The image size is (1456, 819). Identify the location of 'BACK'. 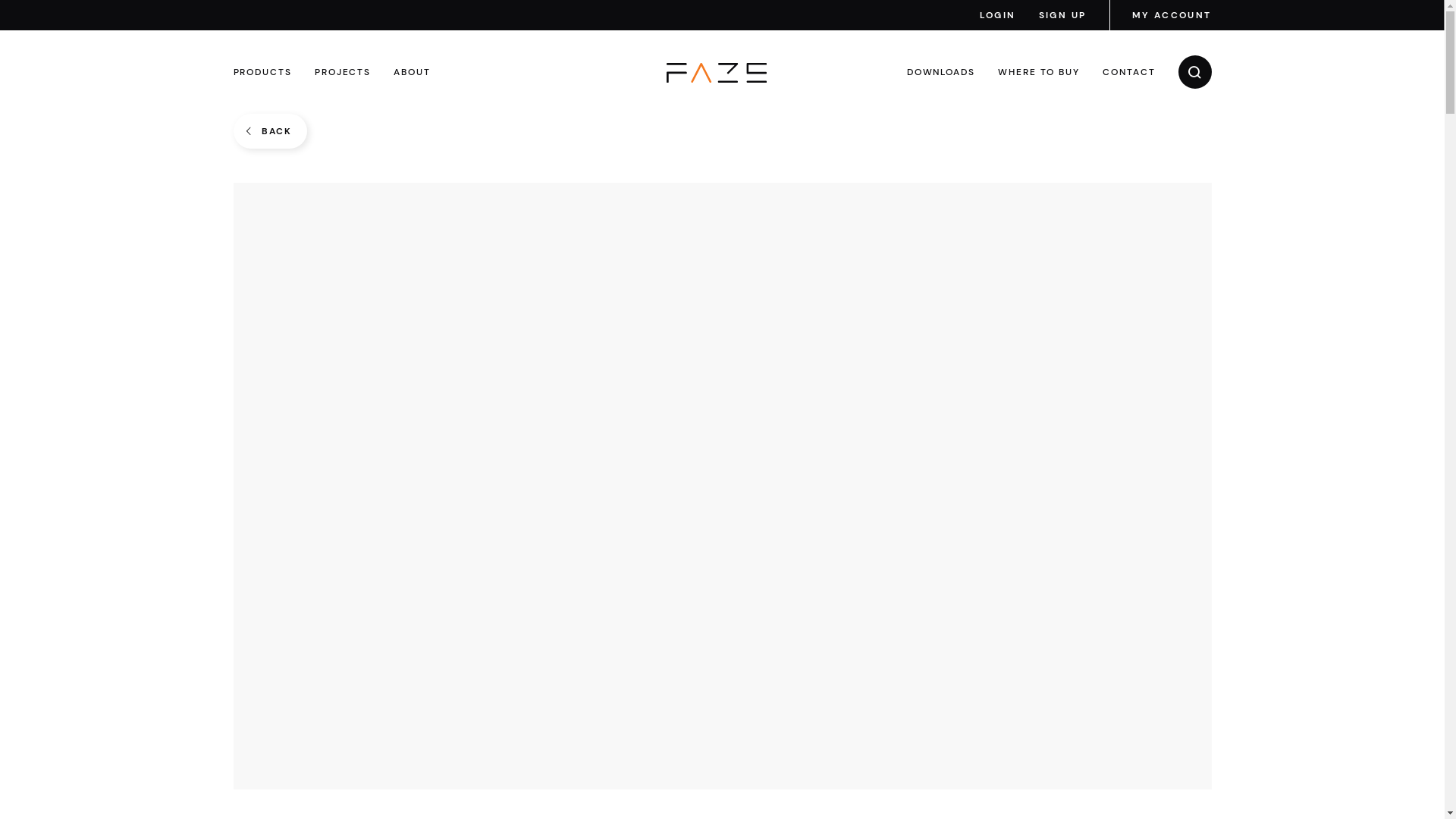
(232, 130).